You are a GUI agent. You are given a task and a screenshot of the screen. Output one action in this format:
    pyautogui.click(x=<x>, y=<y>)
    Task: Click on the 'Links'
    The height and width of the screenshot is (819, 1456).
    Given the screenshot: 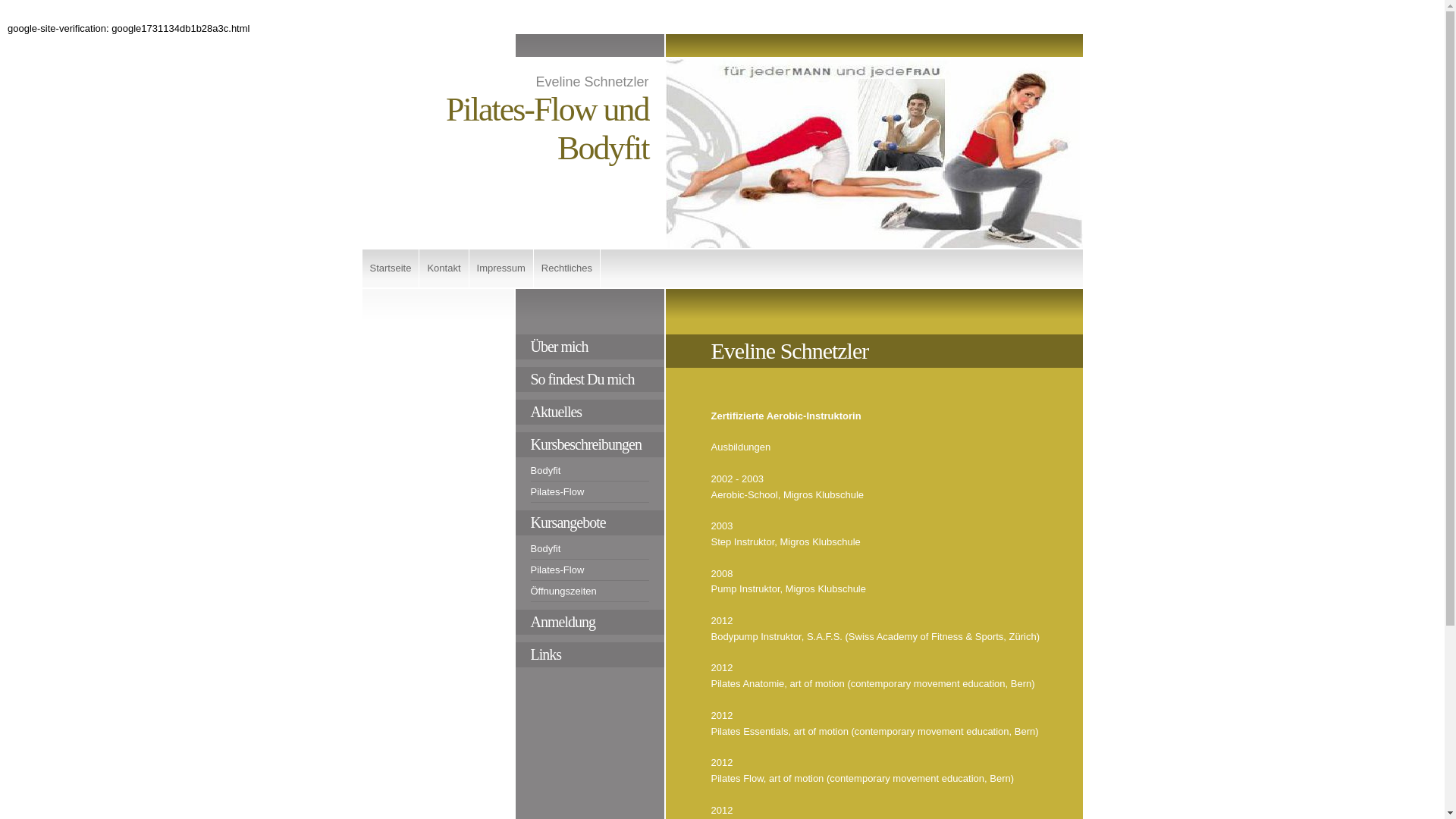 What is the action you would take?
    pyautogui.click(x=588, y=654)
    